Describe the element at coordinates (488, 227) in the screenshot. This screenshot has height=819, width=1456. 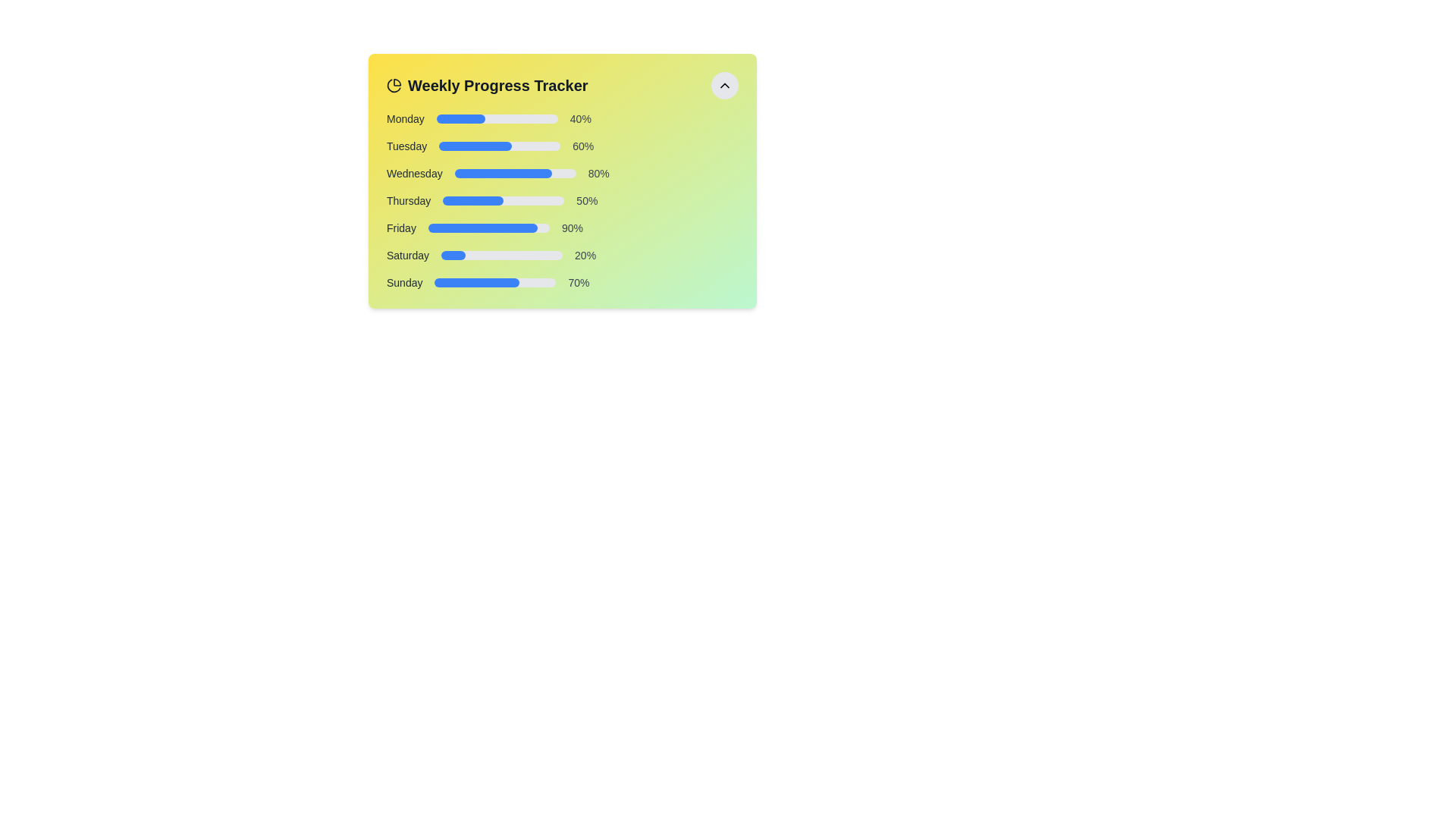
I see `the horizontal progress bar for 'Friday' in the 'Weekly Progress Tracker' table, which is visually represented with a light gray background and a blue-filled segment covering 90% of its length` at that location.